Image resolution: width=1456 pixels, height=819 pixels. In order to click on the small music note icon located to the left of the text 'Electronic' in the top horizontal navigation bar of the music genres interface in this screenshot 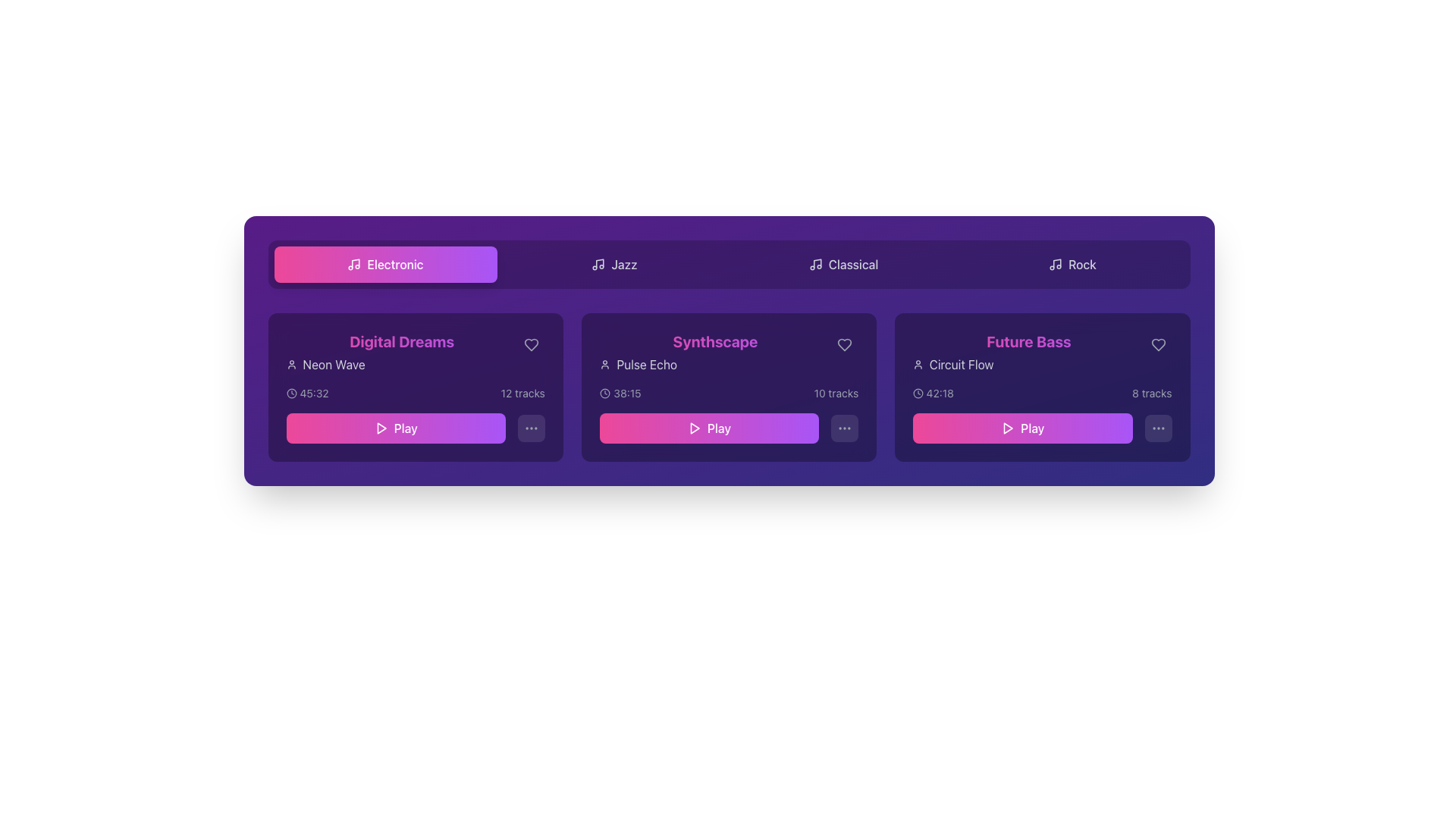, I will do `click(353, 263)`.